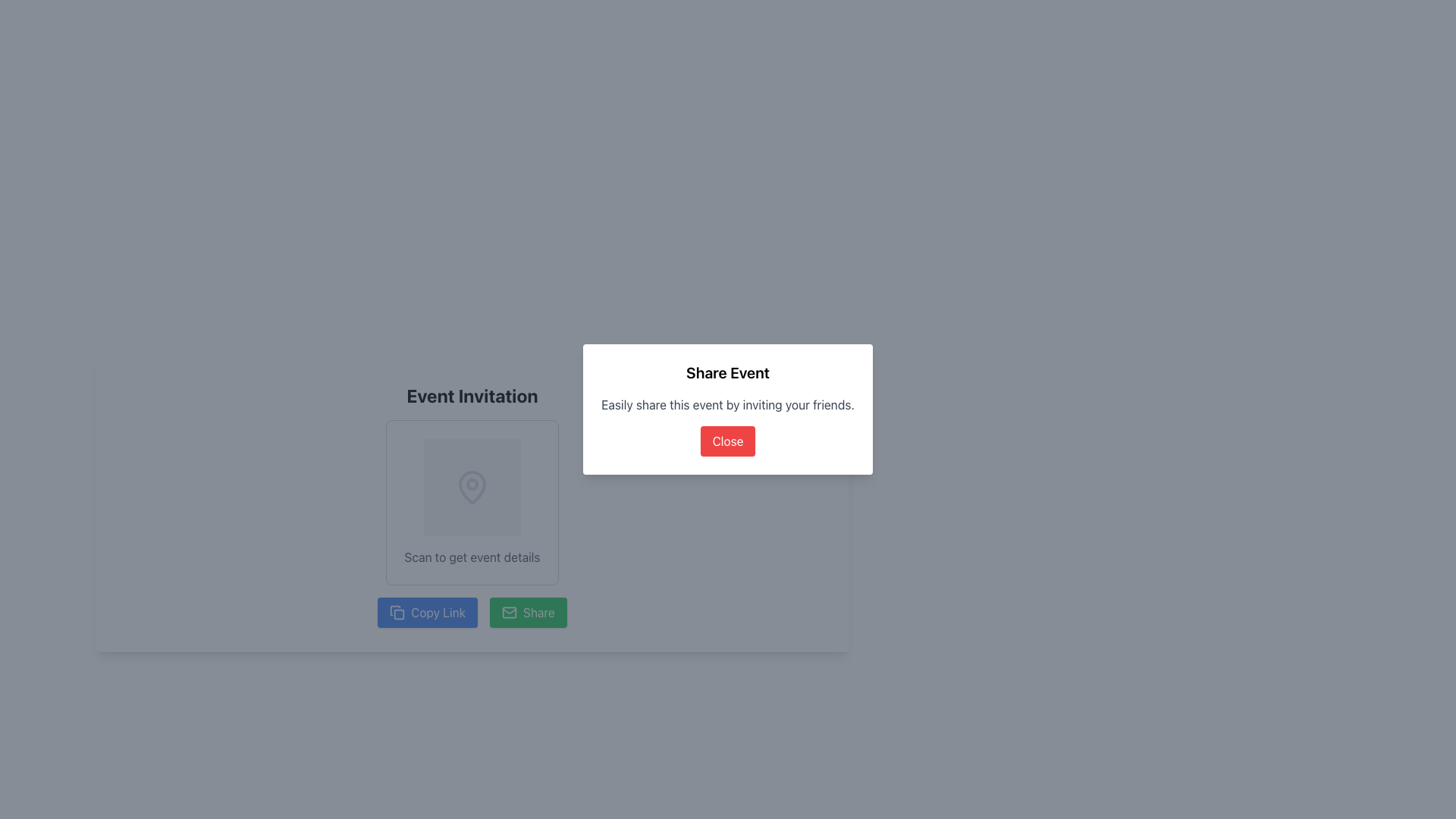  What do you see at coordinates (510, 611) in the screenshot?
I see `the envelope icon located within the green 'Share' button in the lower-left area of the interface` at bounding box center [510, 611].